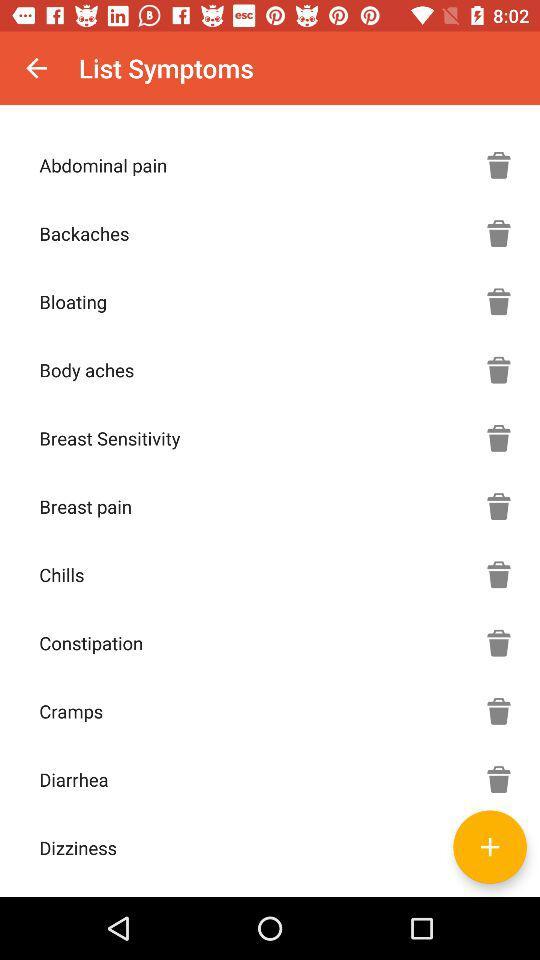 The image size is (540, 960). Describe the element at coordinates (498, 301) in the screenshot. I see `mark that you 're not experiencing bloating` at that location.